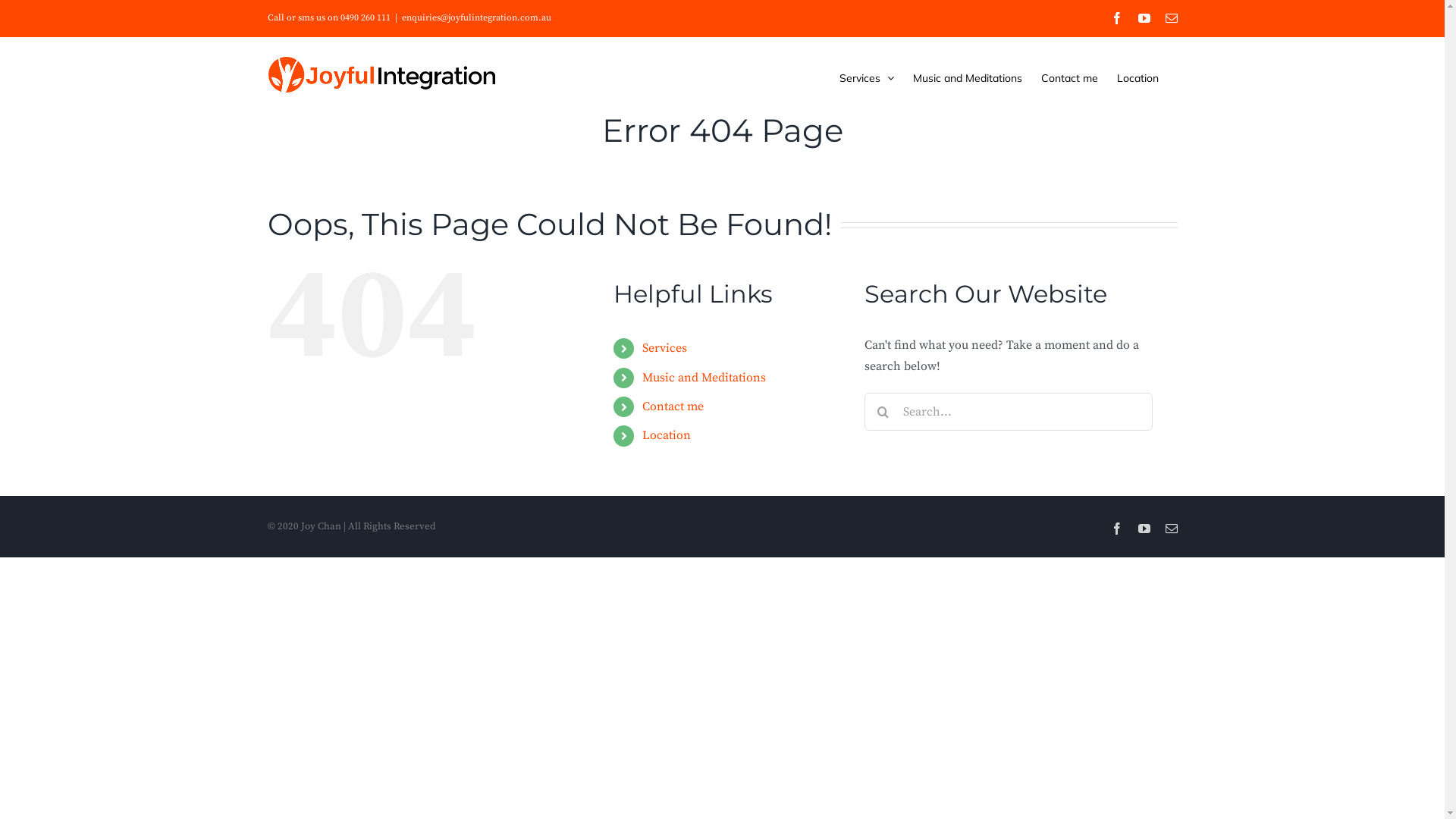 The image size is (1456, 819). Describe the element at coordinates (475, 17) in the screenshot. I see `'enquiries@joyfulintegration.com.au'` at that location.